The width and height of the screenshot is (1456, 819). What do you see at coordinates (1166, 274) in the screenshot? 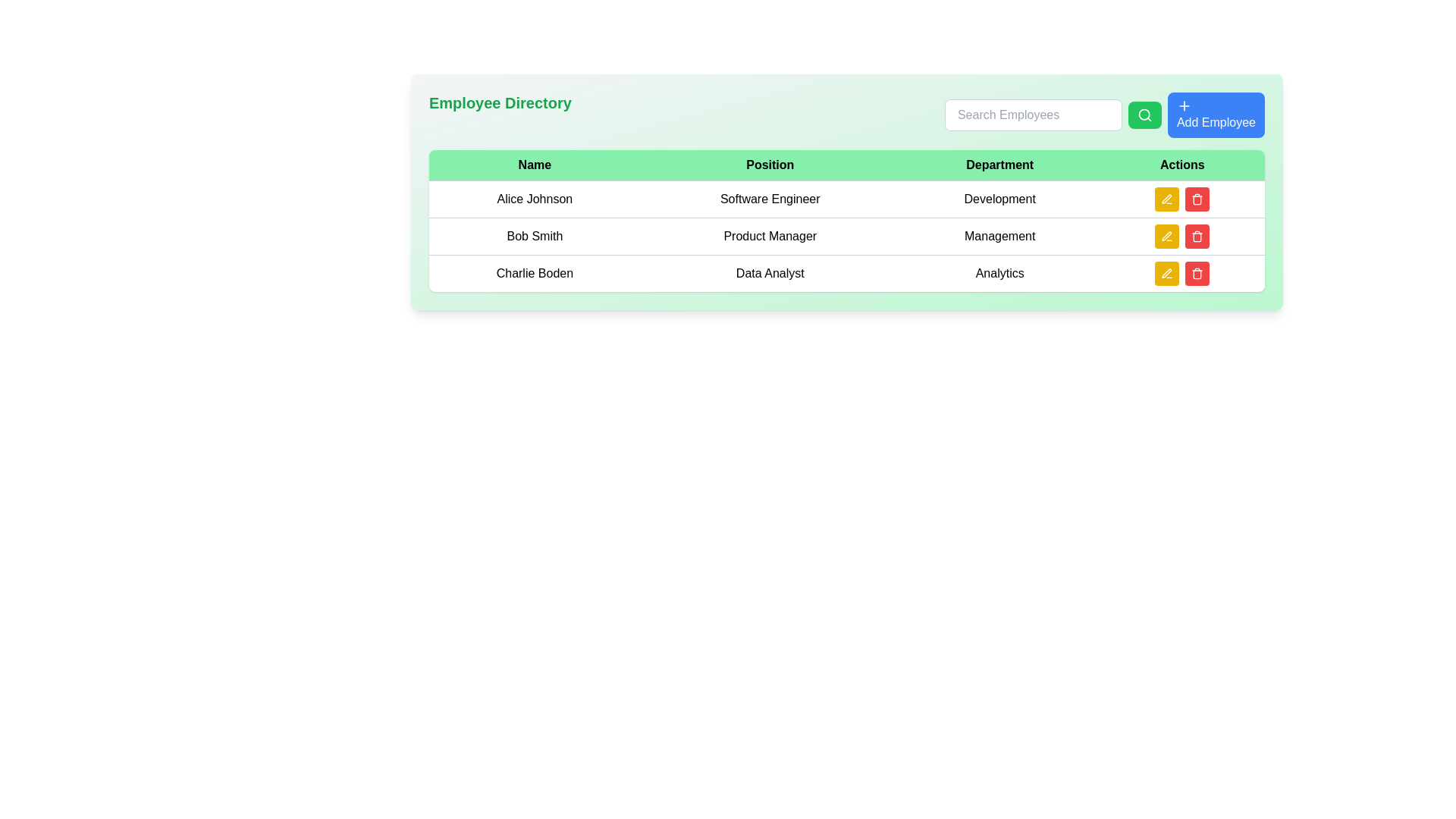
I see `the button with a yellow background and white text, located in the 'Actions' column, third row for the 'Analytics' department` at bounding box center [1166, 274].